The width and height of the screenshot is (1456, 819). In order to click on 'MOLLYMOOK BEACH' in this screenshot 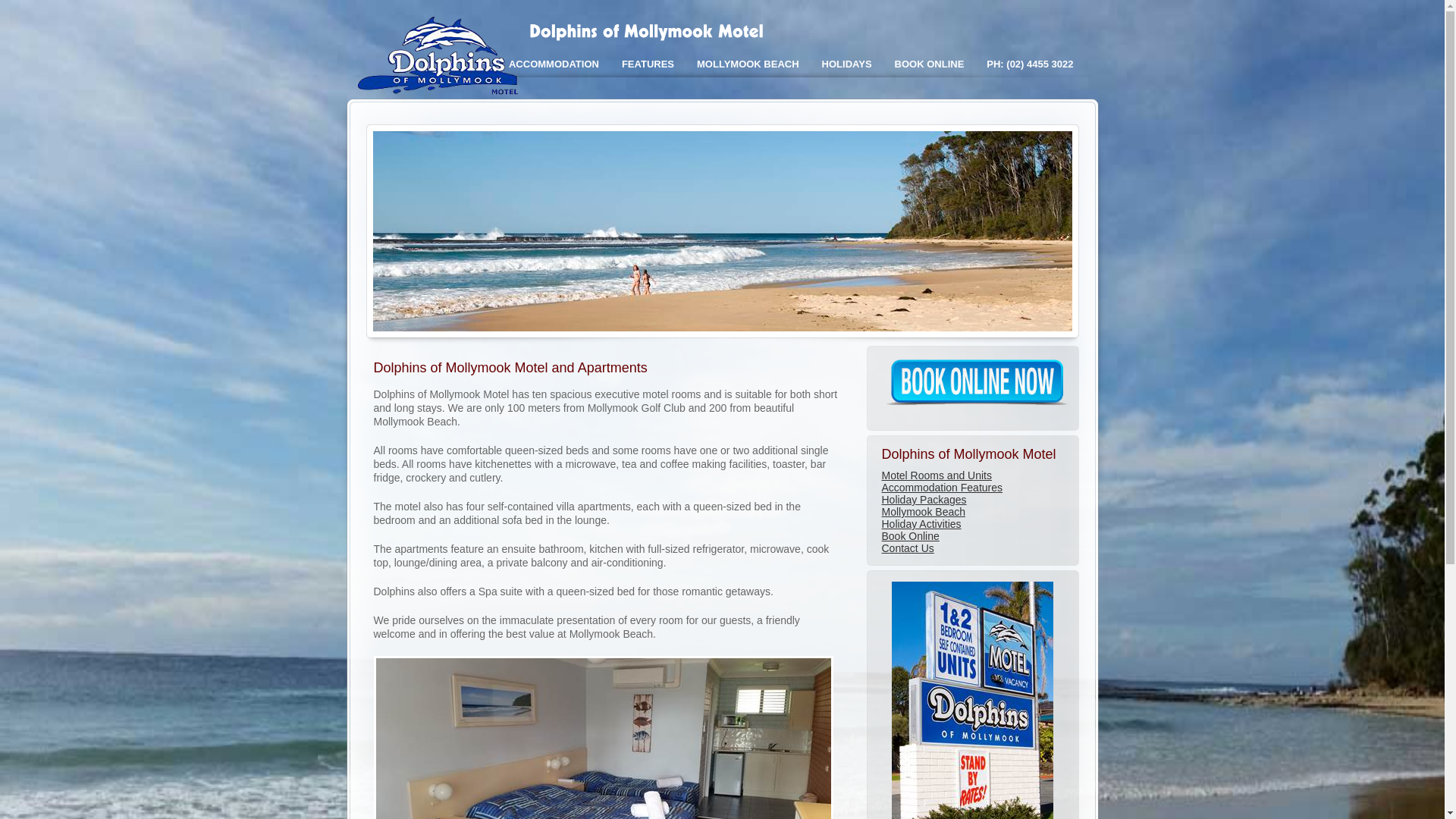, I will do `click(748, 63)`.